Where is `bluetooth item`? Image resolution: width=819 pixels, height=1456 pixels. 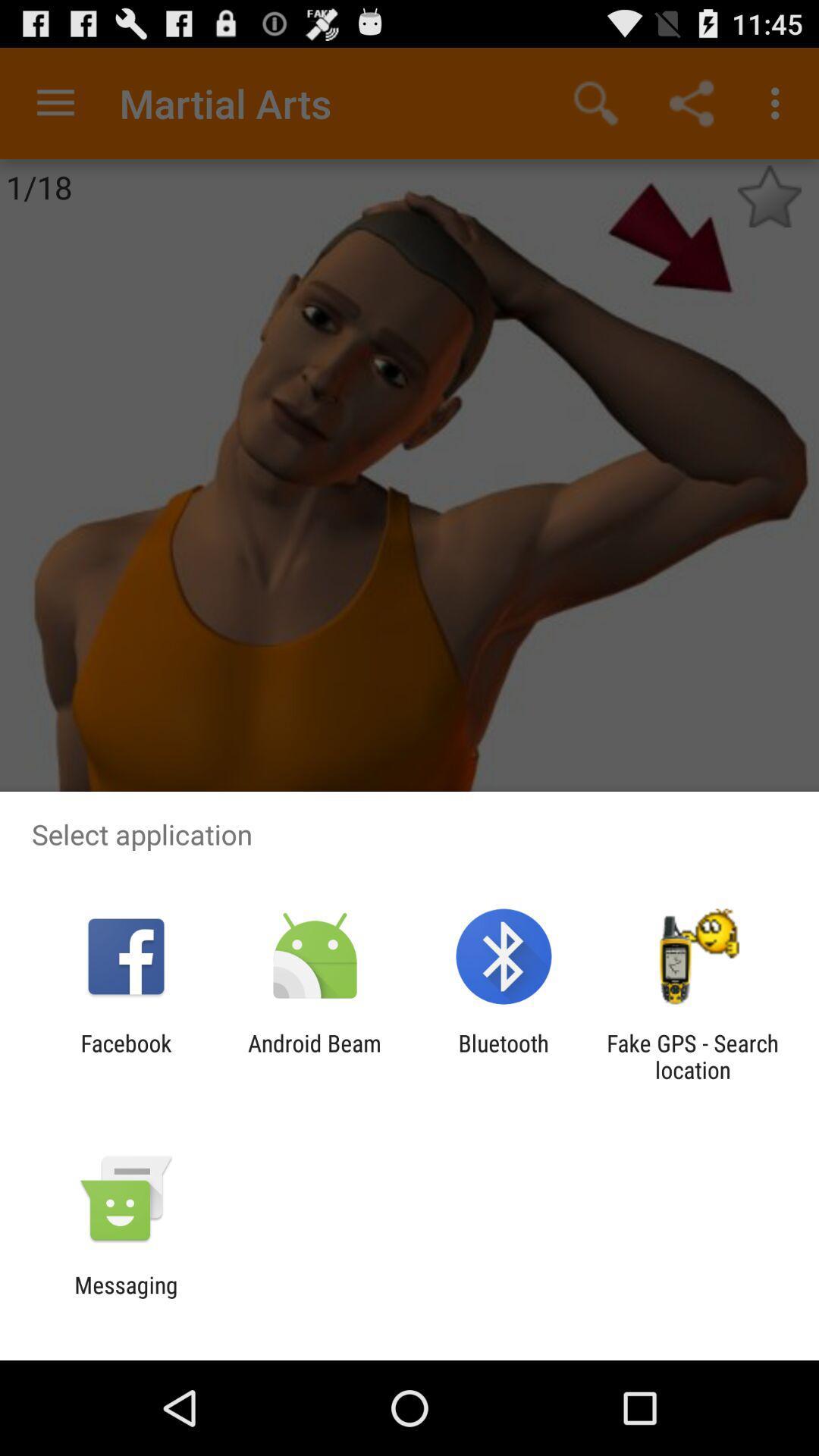
bluetooth item is located at coordinates (504, 1056).